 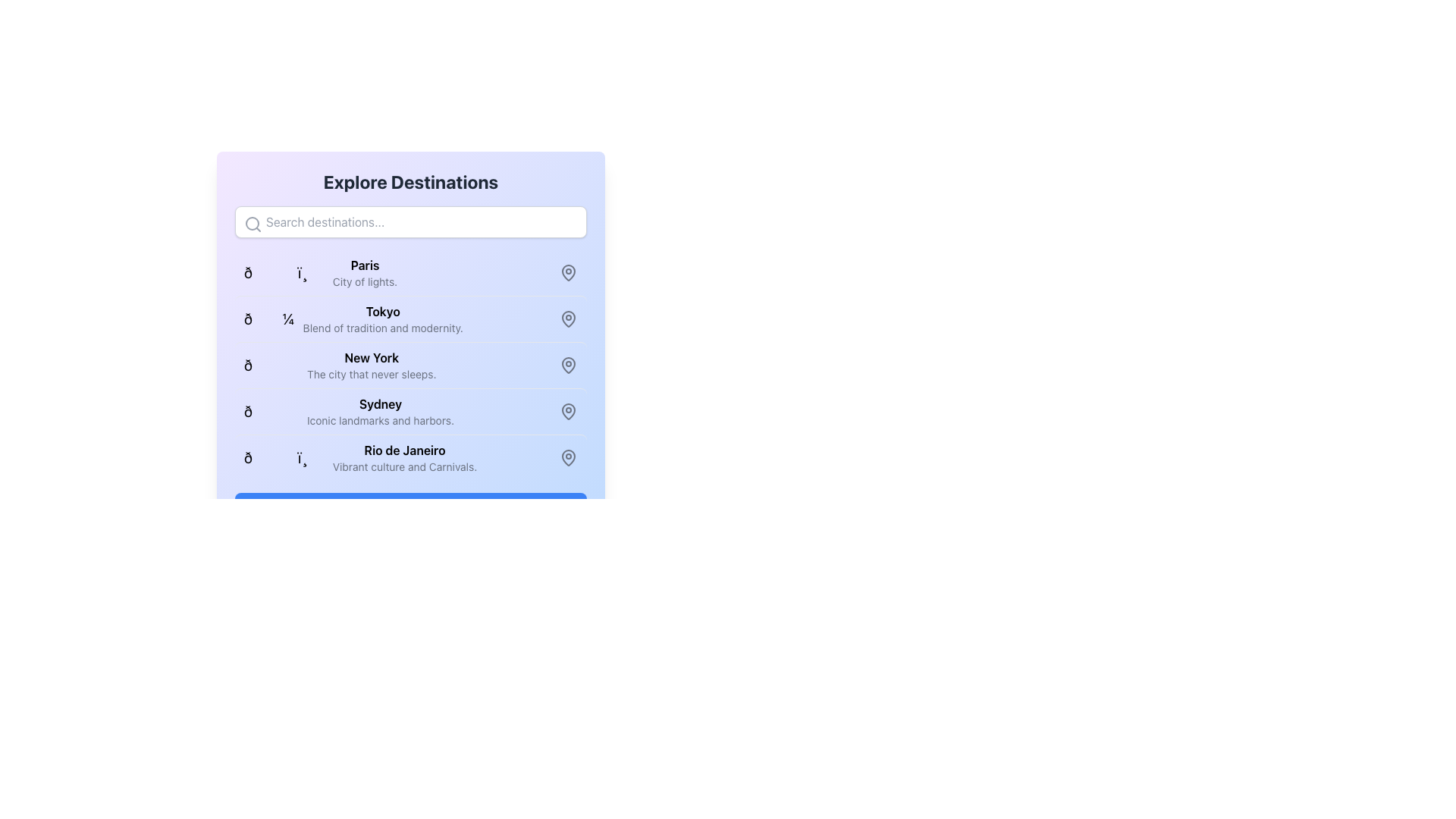 What do you see at coordinates (253, 224) in the screenshot?
I see `the search icon located inside the search input field labeled 'Search destinations...' to initiate a search action` at bounding box center [253, 224].